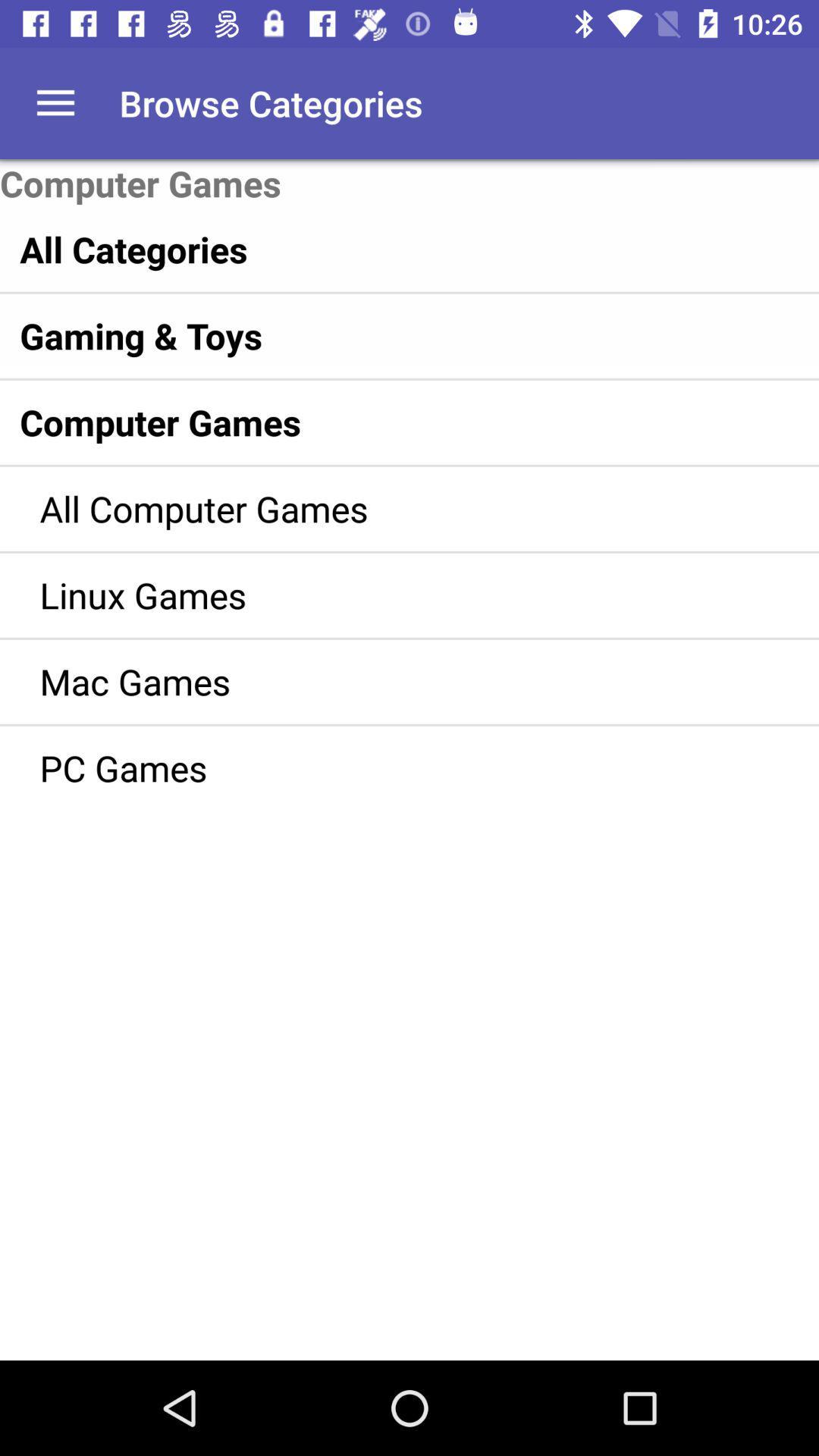  Describe the element at coordinates (387, 594) in the screenshot. I see `item below all computer games` at that location.